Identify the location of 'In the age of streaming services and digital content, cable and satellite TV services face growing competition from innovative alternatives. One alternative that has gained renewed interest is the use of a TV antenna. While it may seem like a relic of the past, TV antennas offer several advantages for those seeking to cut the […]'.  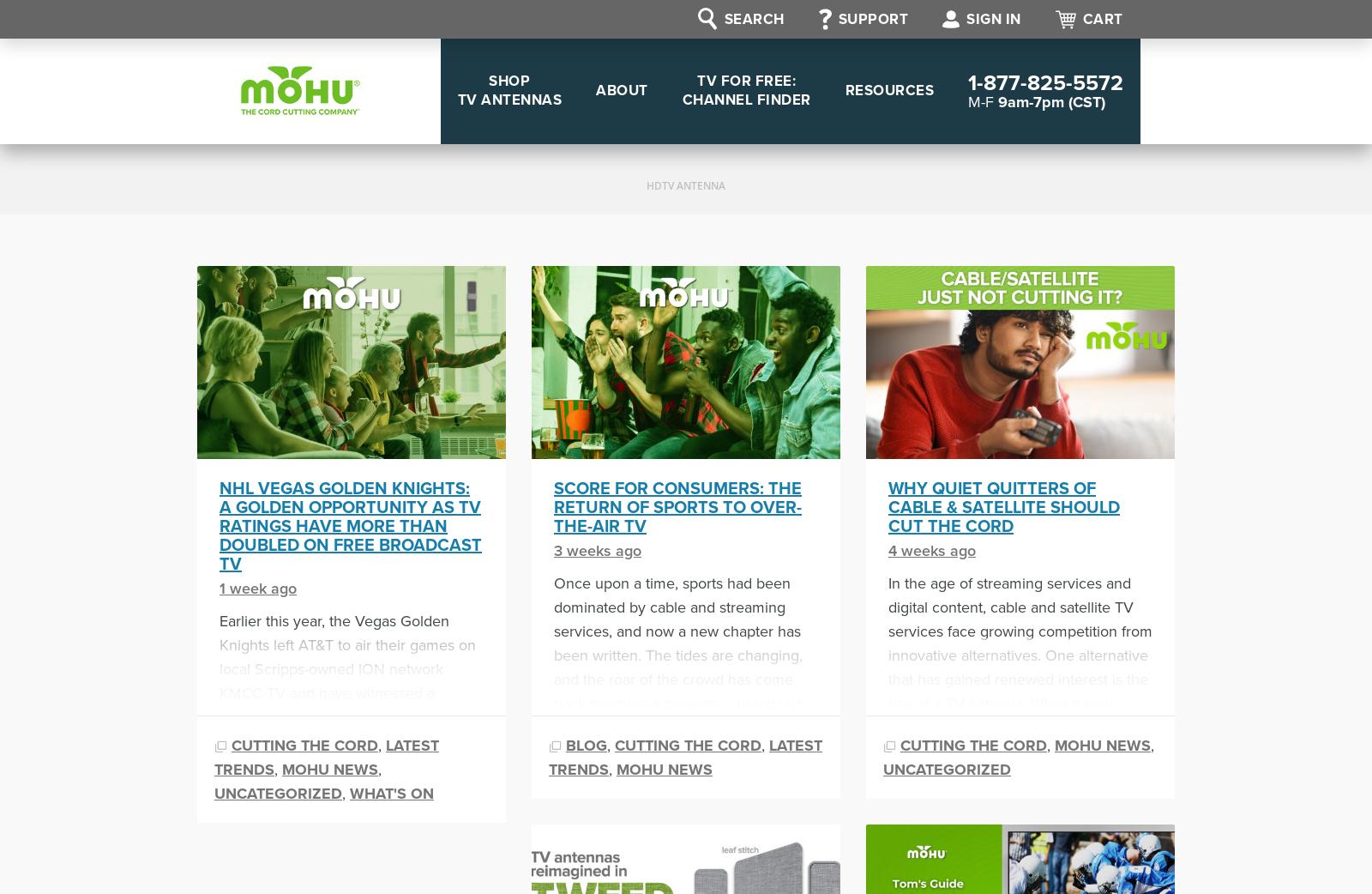
(1020, 678).